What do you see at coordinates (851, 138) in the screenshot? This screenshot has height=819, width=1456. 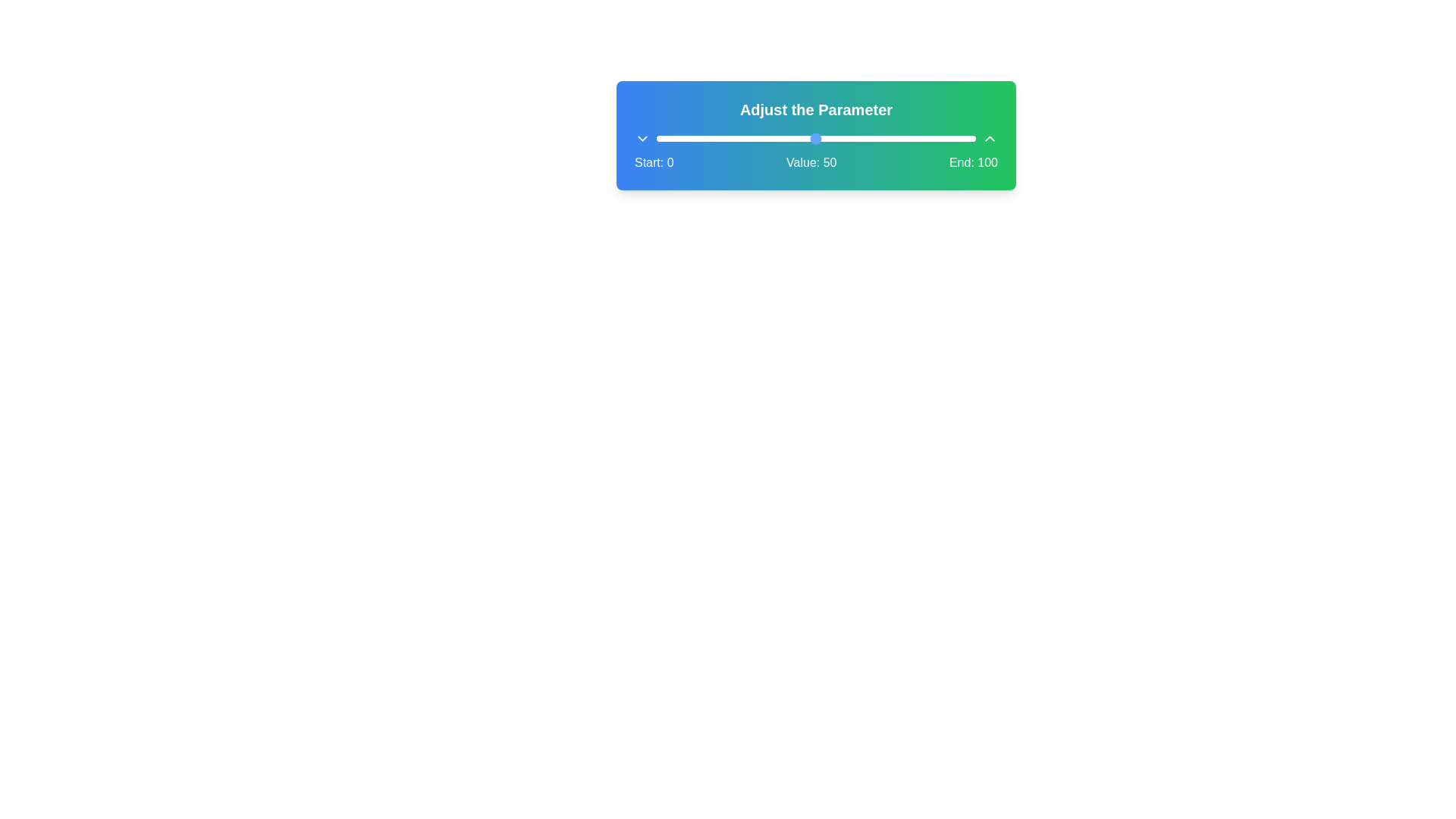 I see `the slider` at bounding box center [851, 138].